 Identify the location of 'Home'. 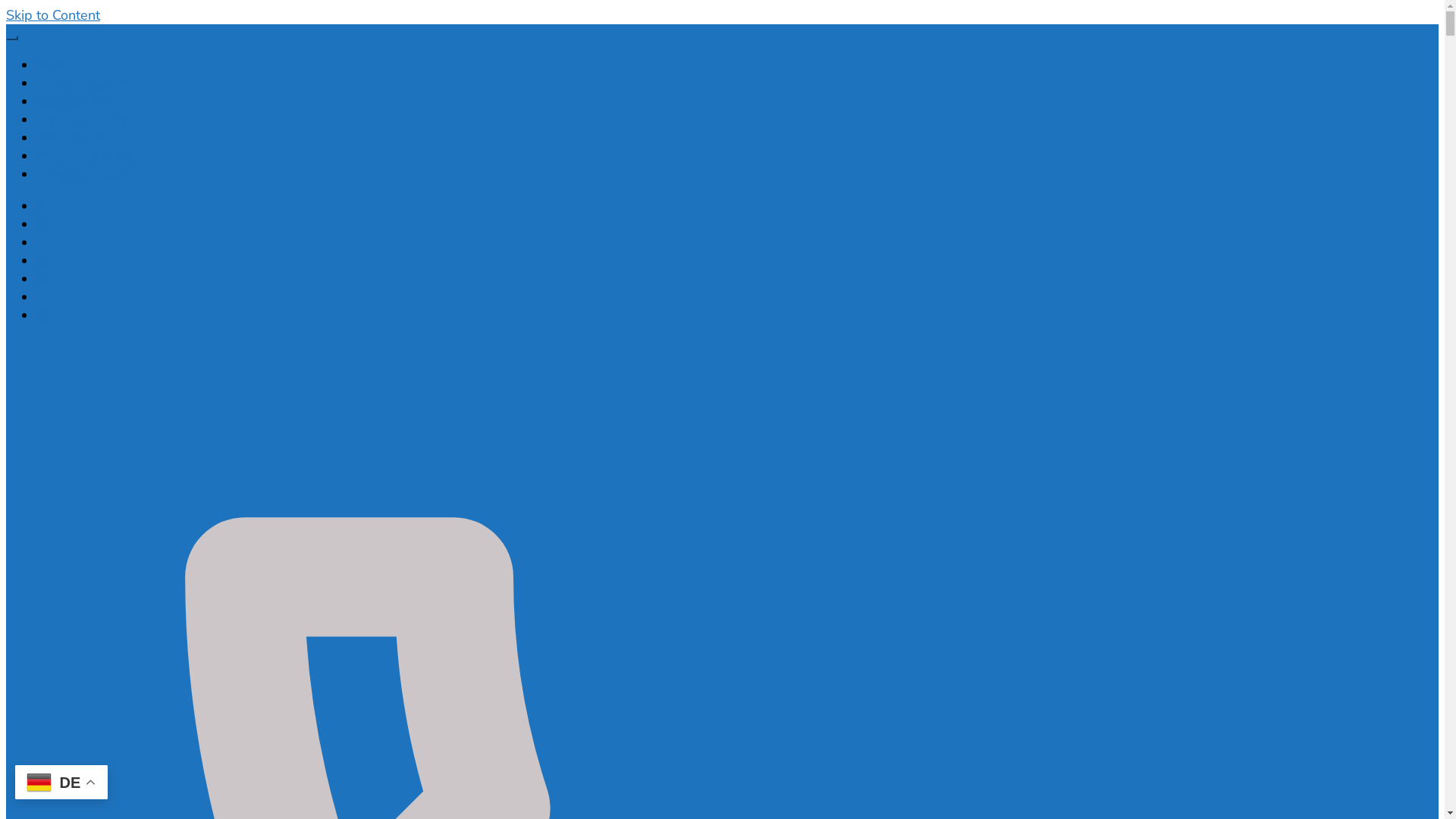
(55, 64).